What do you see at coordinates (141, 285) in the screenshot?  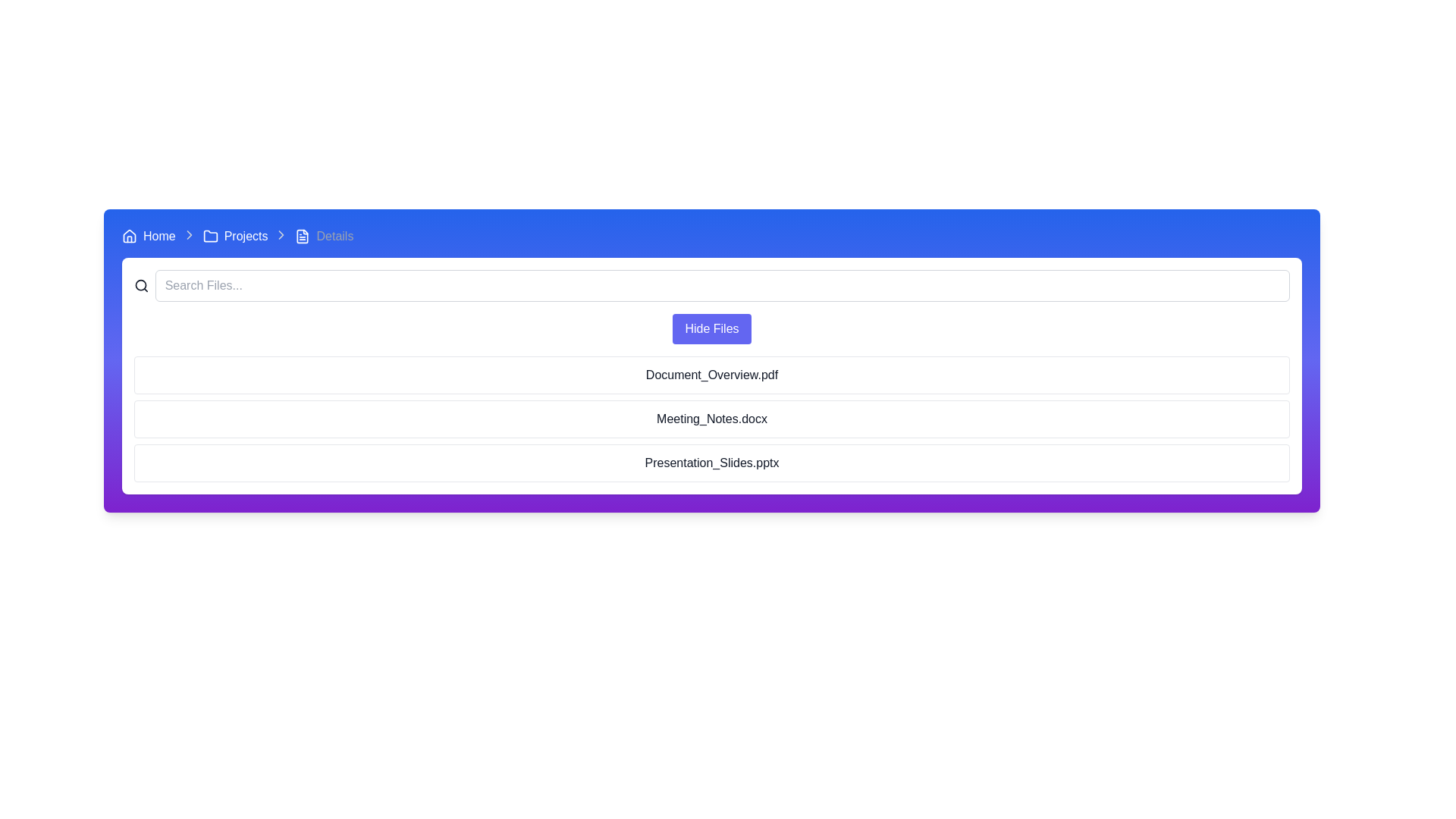 I see `the SVG Circle element that represents the lens of the search icon located on the top-left side of the interface` at bounding box center [141, 285].